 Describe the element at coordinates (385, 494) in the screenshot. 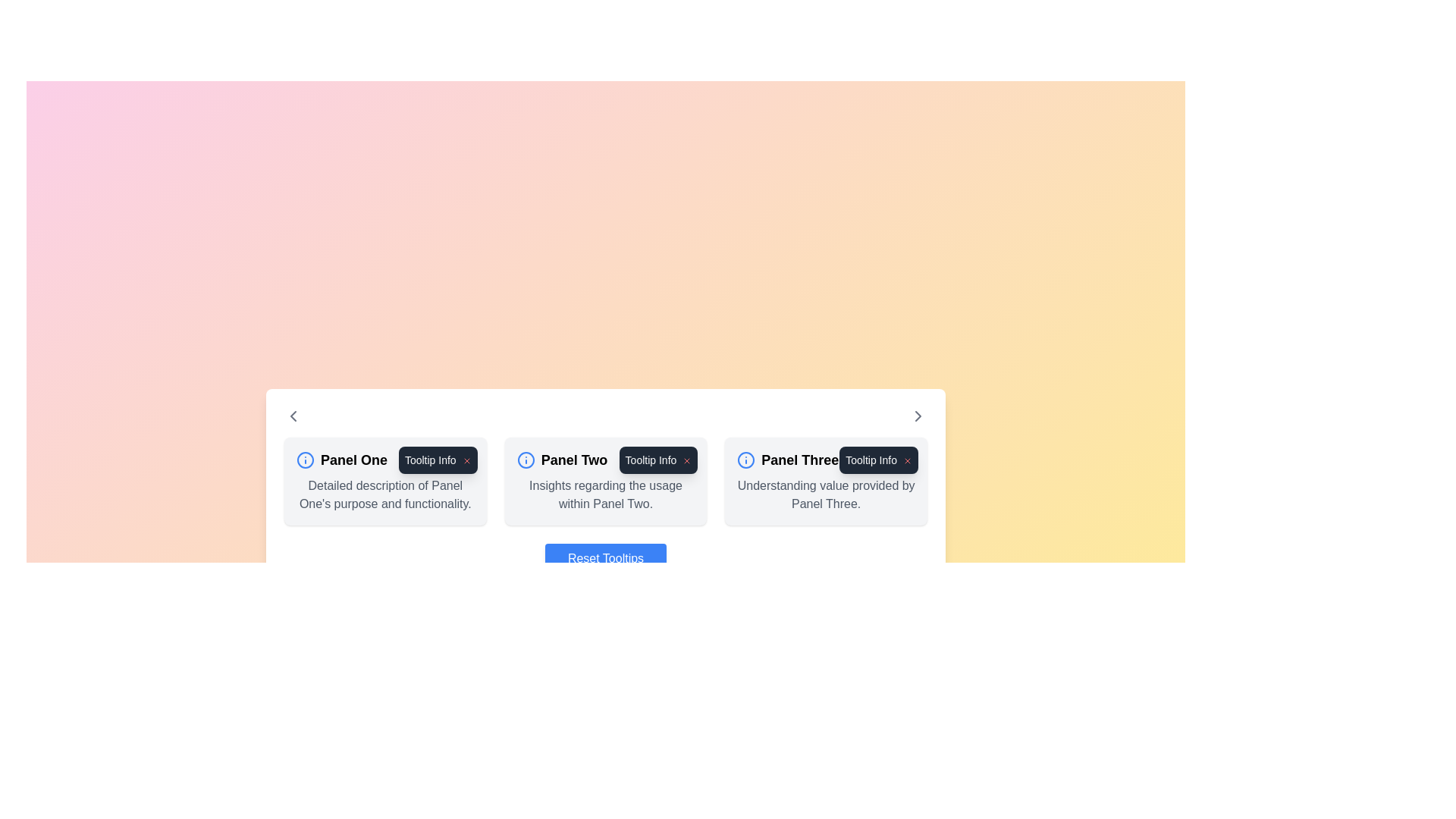

I see `the explanatory text block located directly below the title text of 'Panel One' in the leftmost card of three horizontally arranged cards` at that location.